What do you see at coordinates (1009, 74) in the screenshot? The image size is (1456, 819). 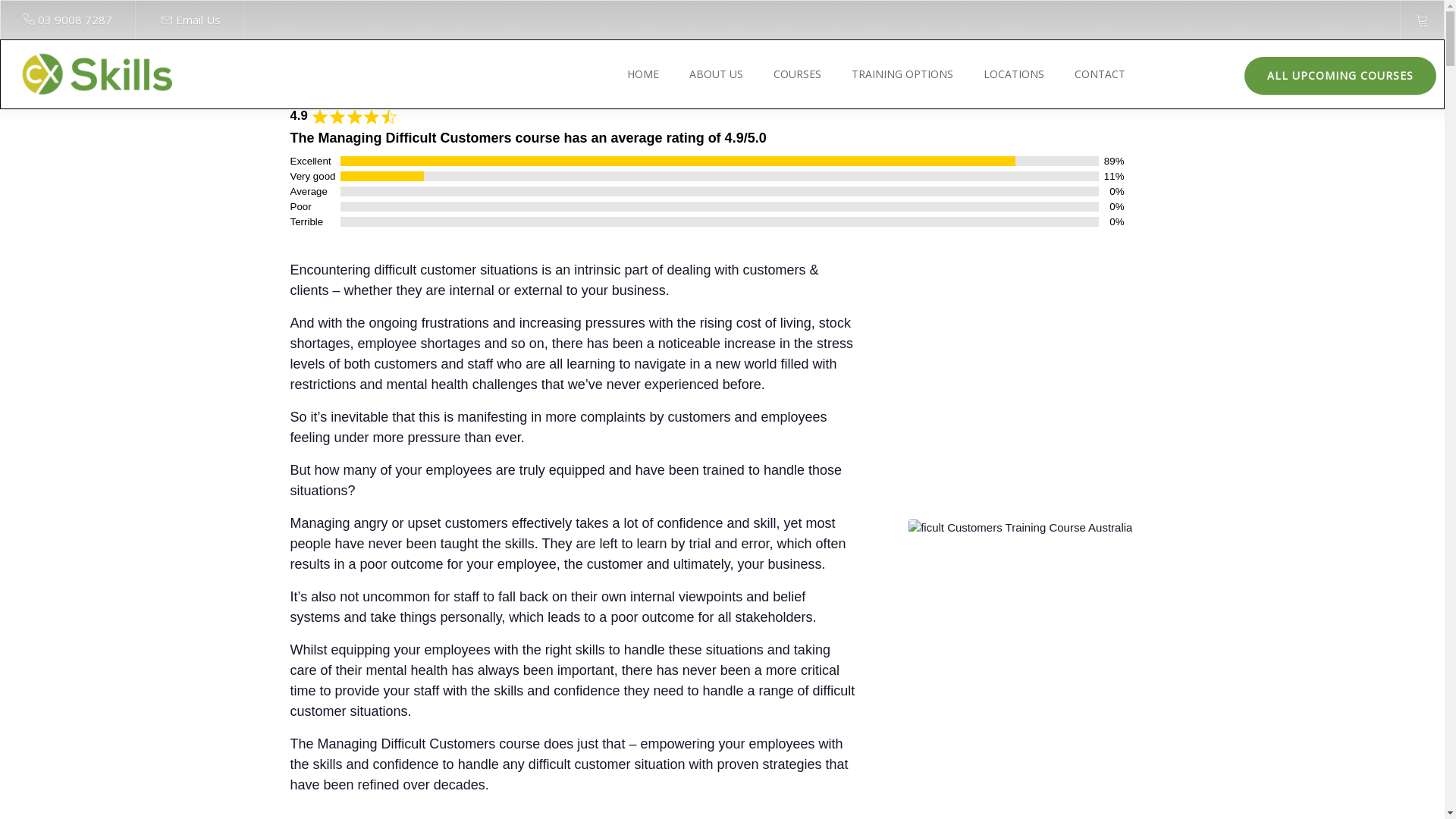 I see `'LOCATIONS'` at bounding box center [1009, 74].